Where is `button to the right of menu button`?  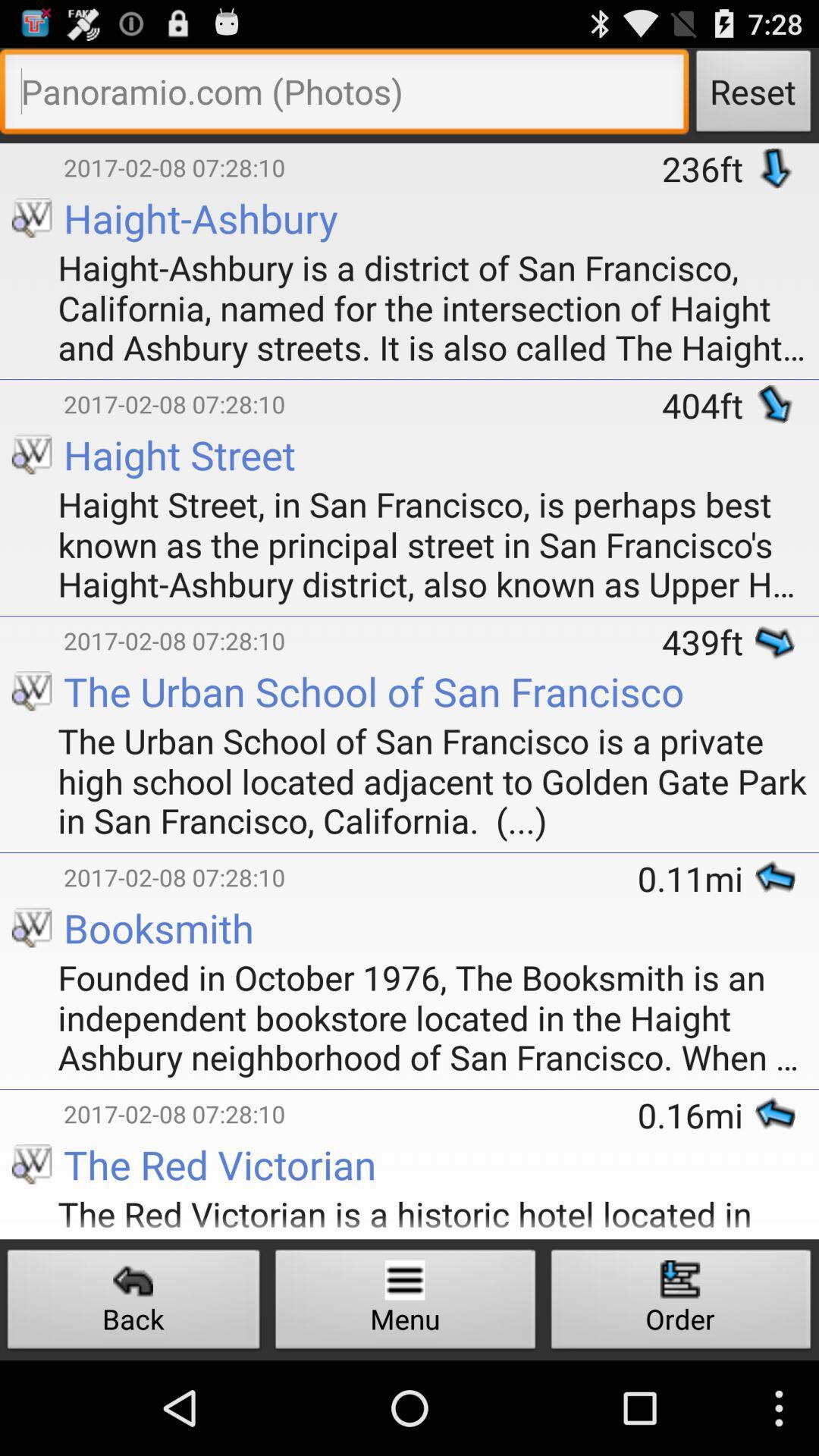 button to the right of menu button is located at coordinates (680, 1303).